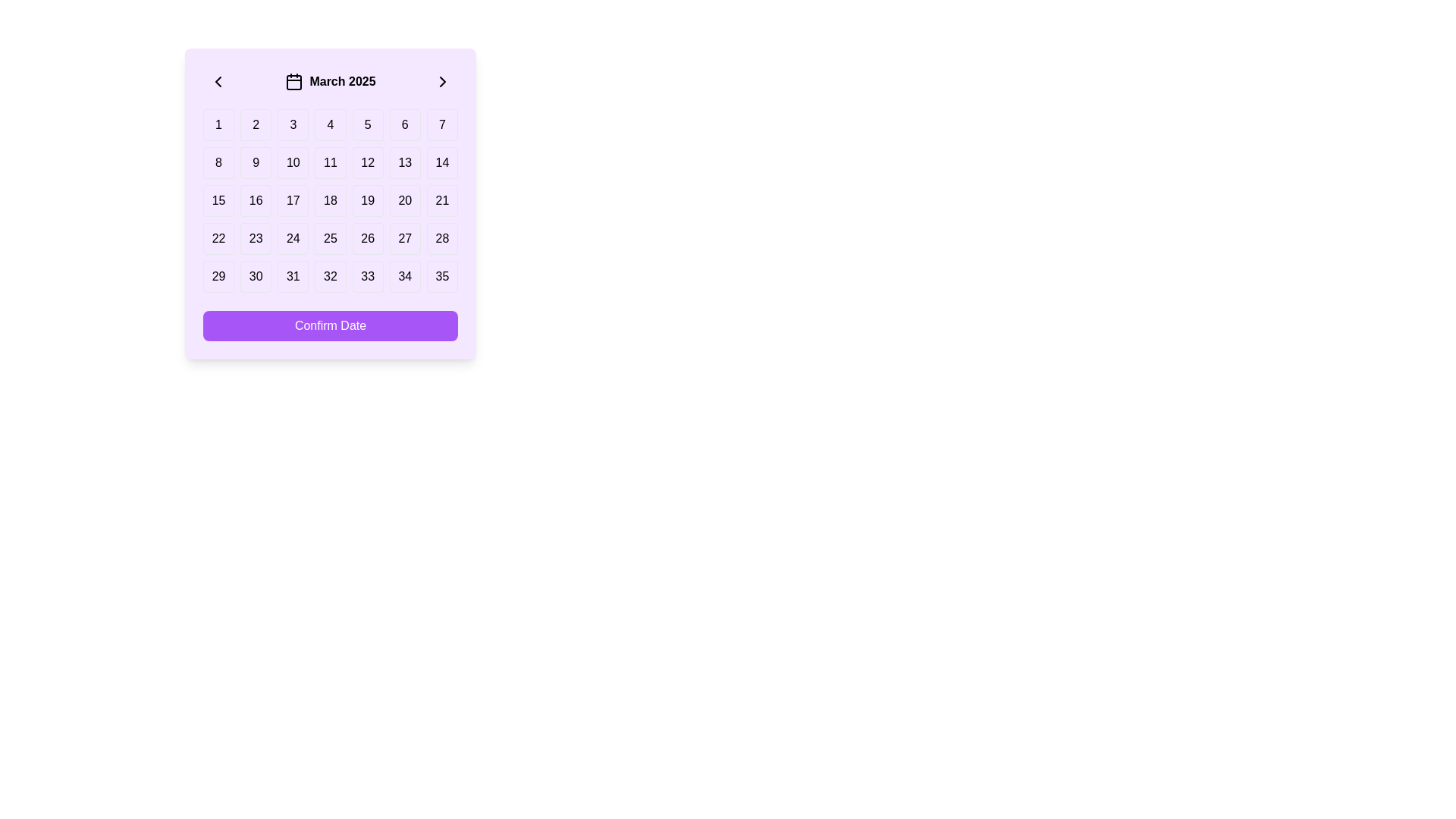  Describe the element at coordinates (256, 277) in the screenshot. I see `the static text box displaying the date '30', which is the second box in the last row of a 7-column grid structure` at that location.